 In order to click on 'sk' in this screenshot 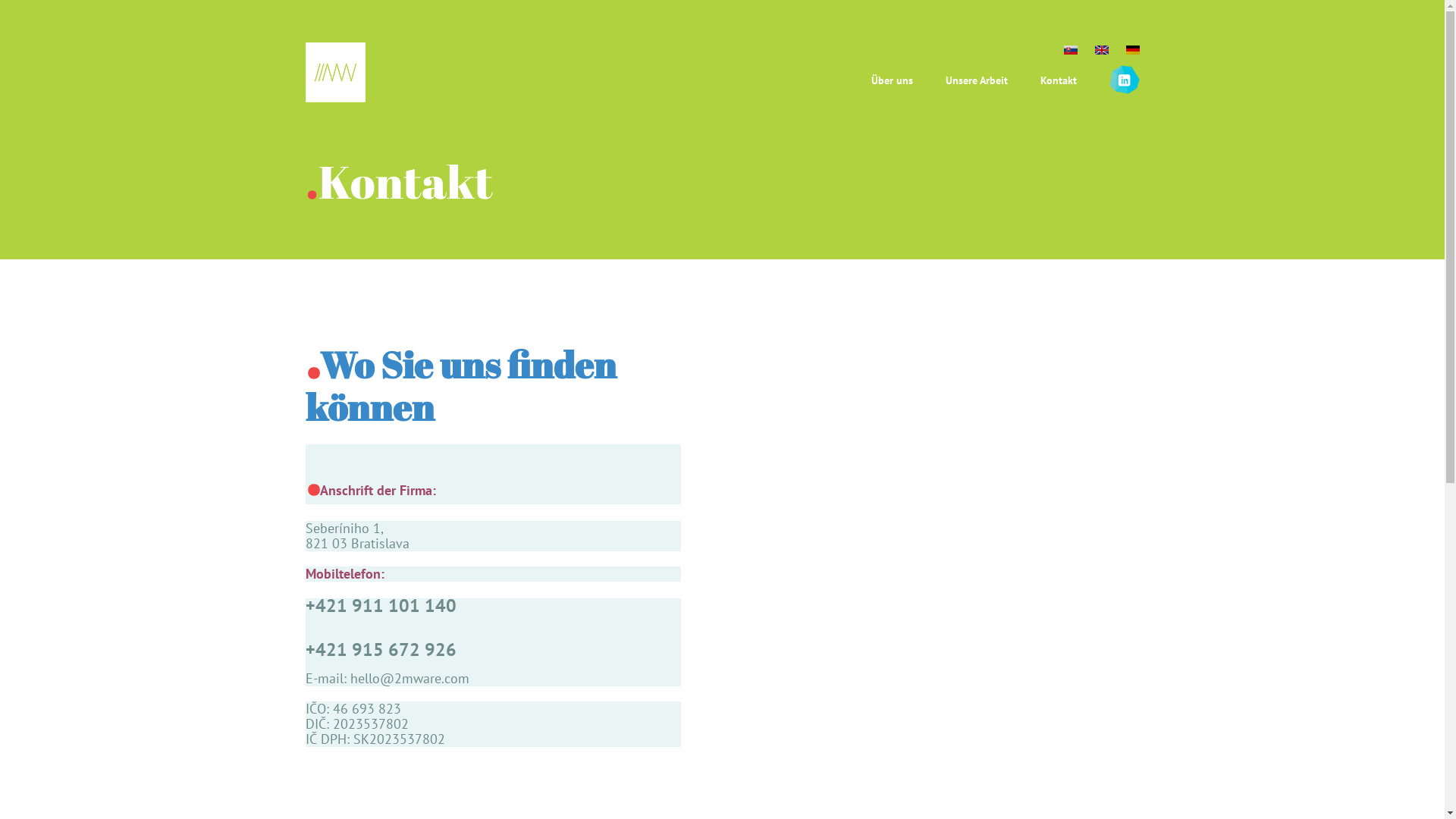, I will do `click(1069, 49)`.